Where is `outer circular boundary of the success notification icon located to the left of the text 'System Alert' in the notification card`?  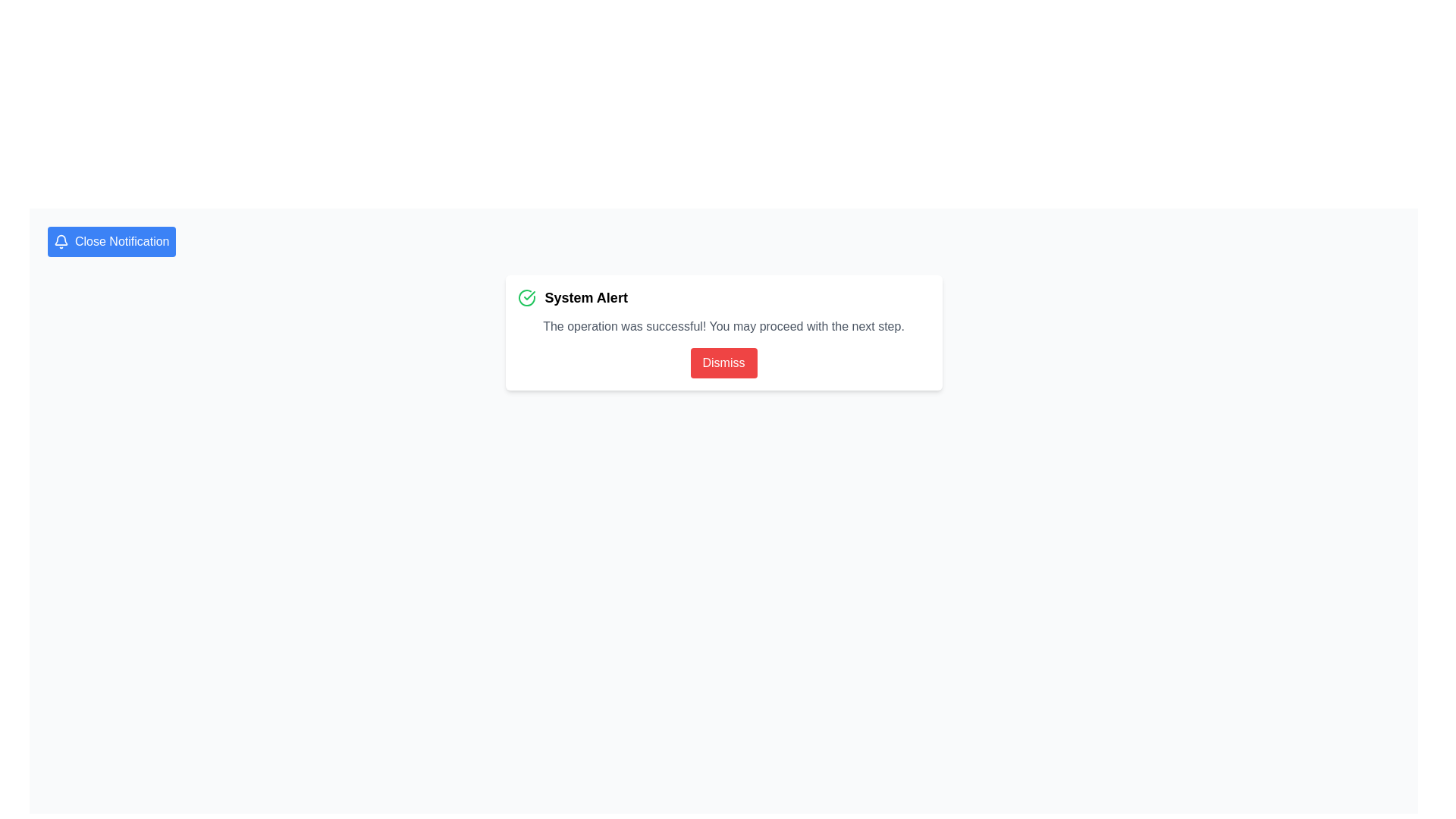 outer circular boundary of the success notification icon located to the left of the text 'System Alert' in the notification card is located at coordinates (526, 298).